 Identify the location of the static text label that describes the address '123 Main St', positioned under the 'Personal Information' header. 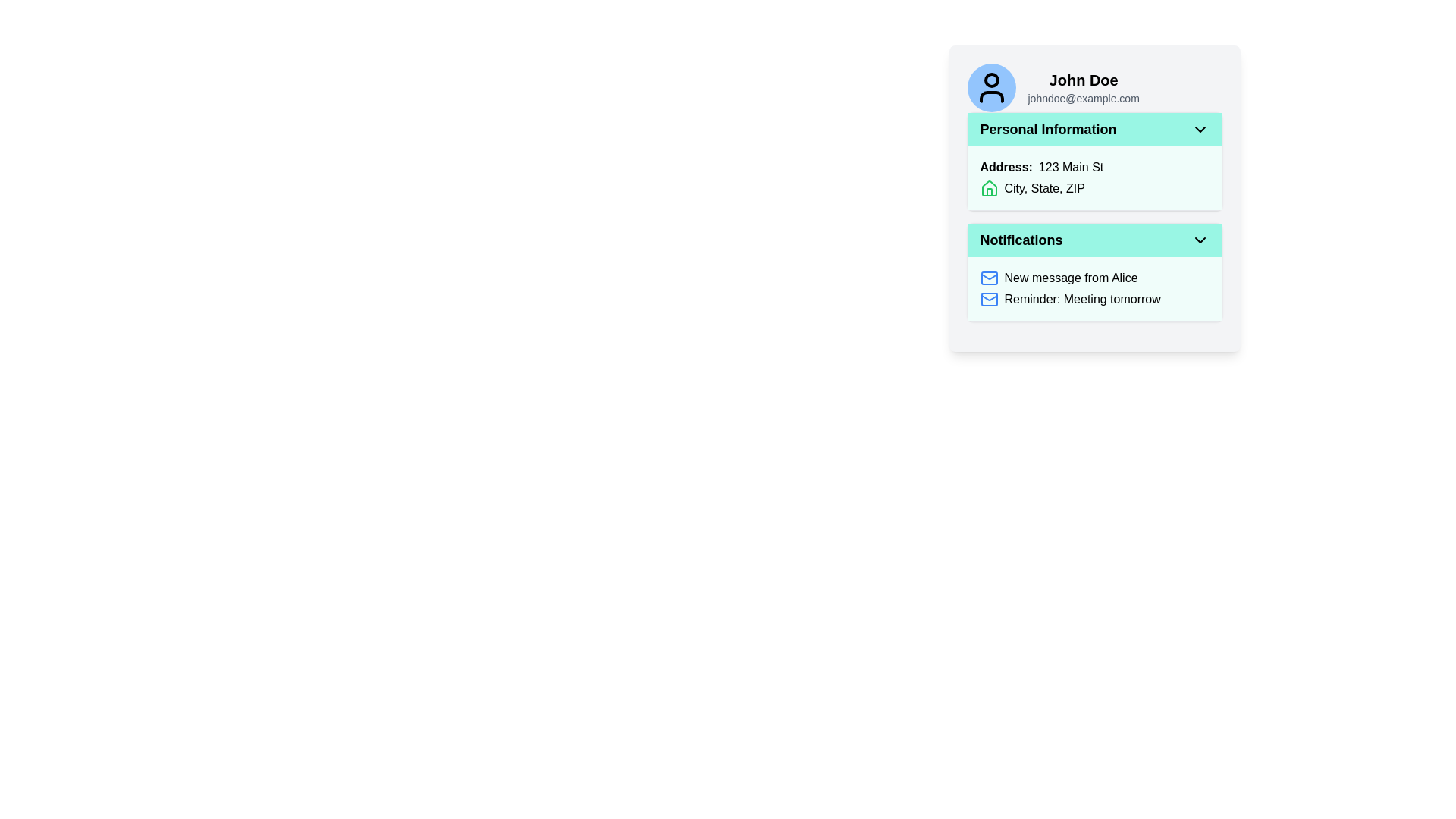
(1006, 167).